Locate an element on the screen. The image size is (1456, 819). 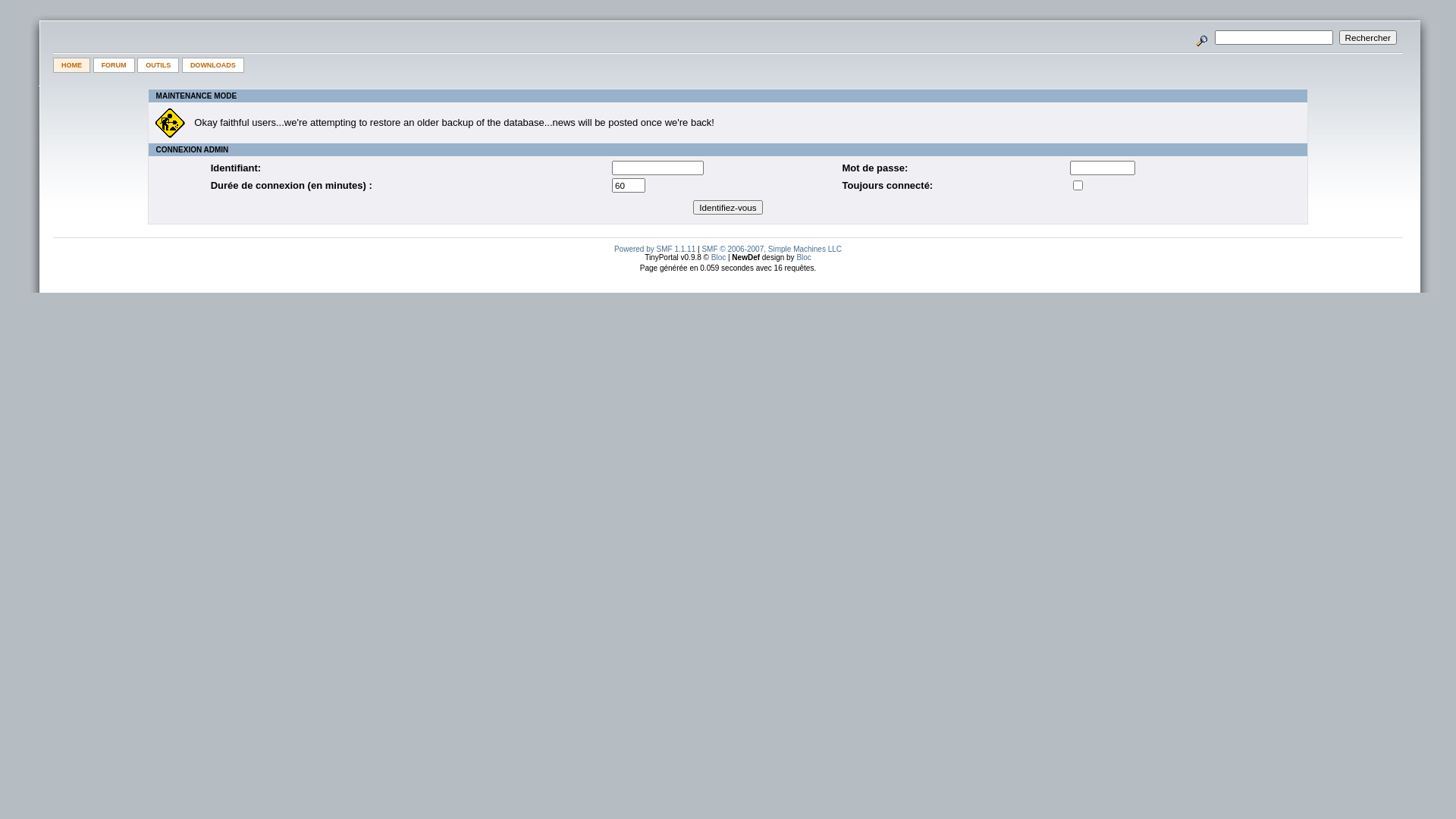
'DOWNLOADS' is located at coordinates (182, 64).